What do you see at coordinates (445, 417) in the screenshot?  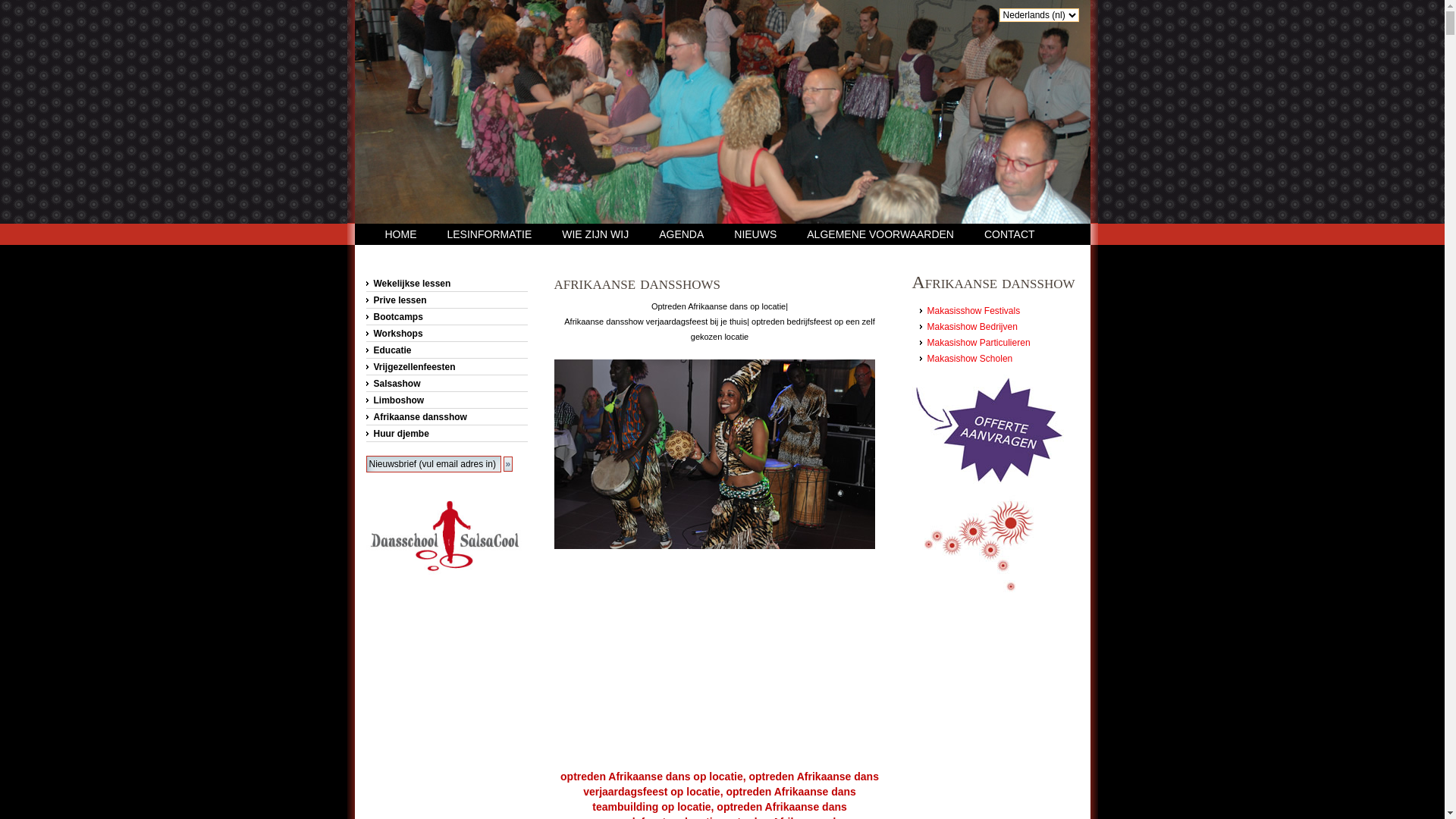 I see `'Afrikaanse dansshow'` at bounding box center [445, 417].